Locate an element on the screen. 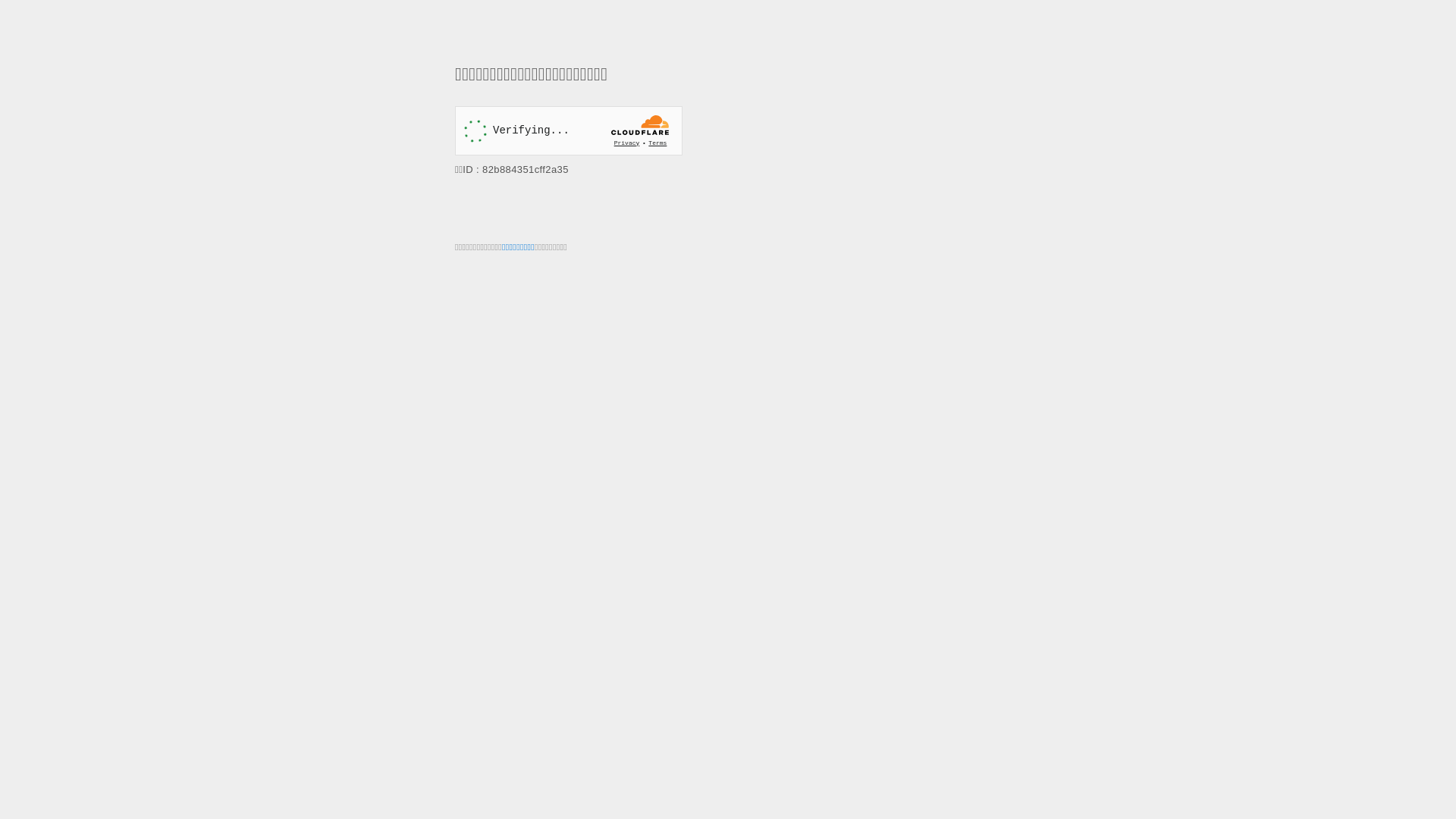  'Widget containing a Cloudflare security challenge' is located at coordinates (567, 130).